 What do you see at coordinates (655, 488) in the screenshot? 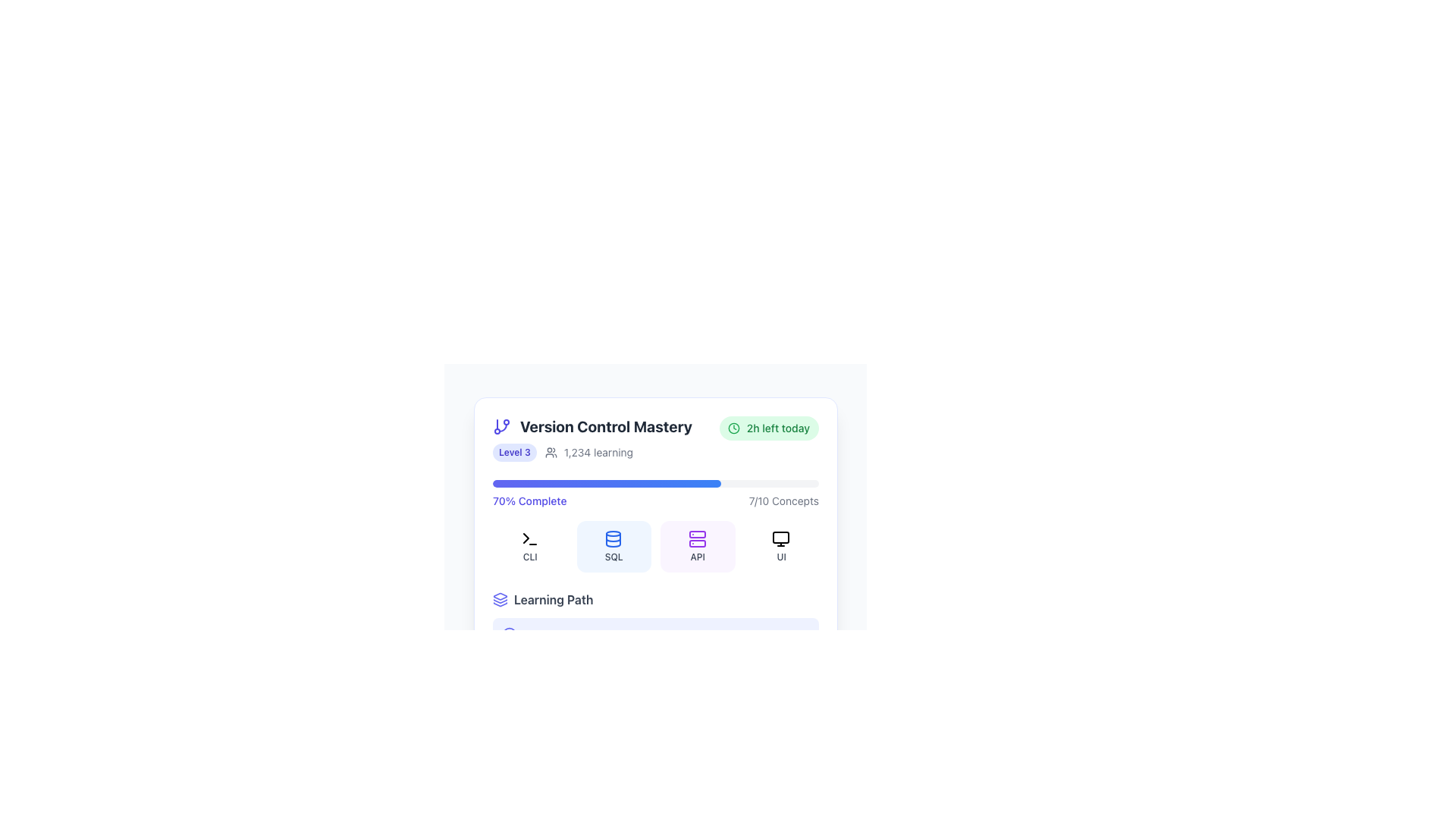
I see `the Progress Bar indicating 70% course completion, located below the level and duration details section in the 'Version Control Mastery' module` at bounding box center [655, 488].